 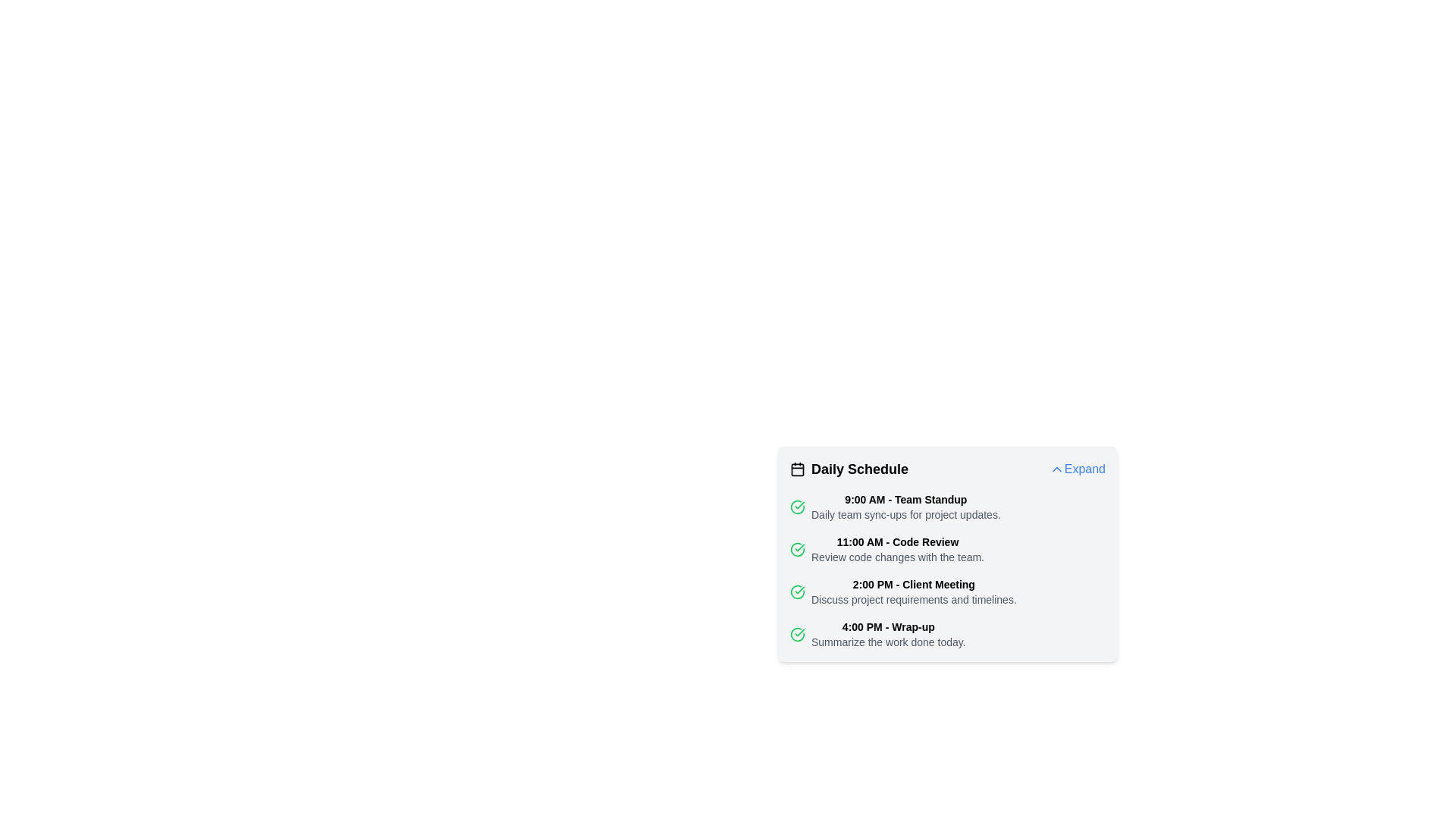 I want to click on the bold text label displaying '11:00 AM - Code Review', which is the second entry in the schedule layout, positioned between '9:00 AM - Team Standup' and '2:00 PM - Client Meeting', so click(x=898, y=541).